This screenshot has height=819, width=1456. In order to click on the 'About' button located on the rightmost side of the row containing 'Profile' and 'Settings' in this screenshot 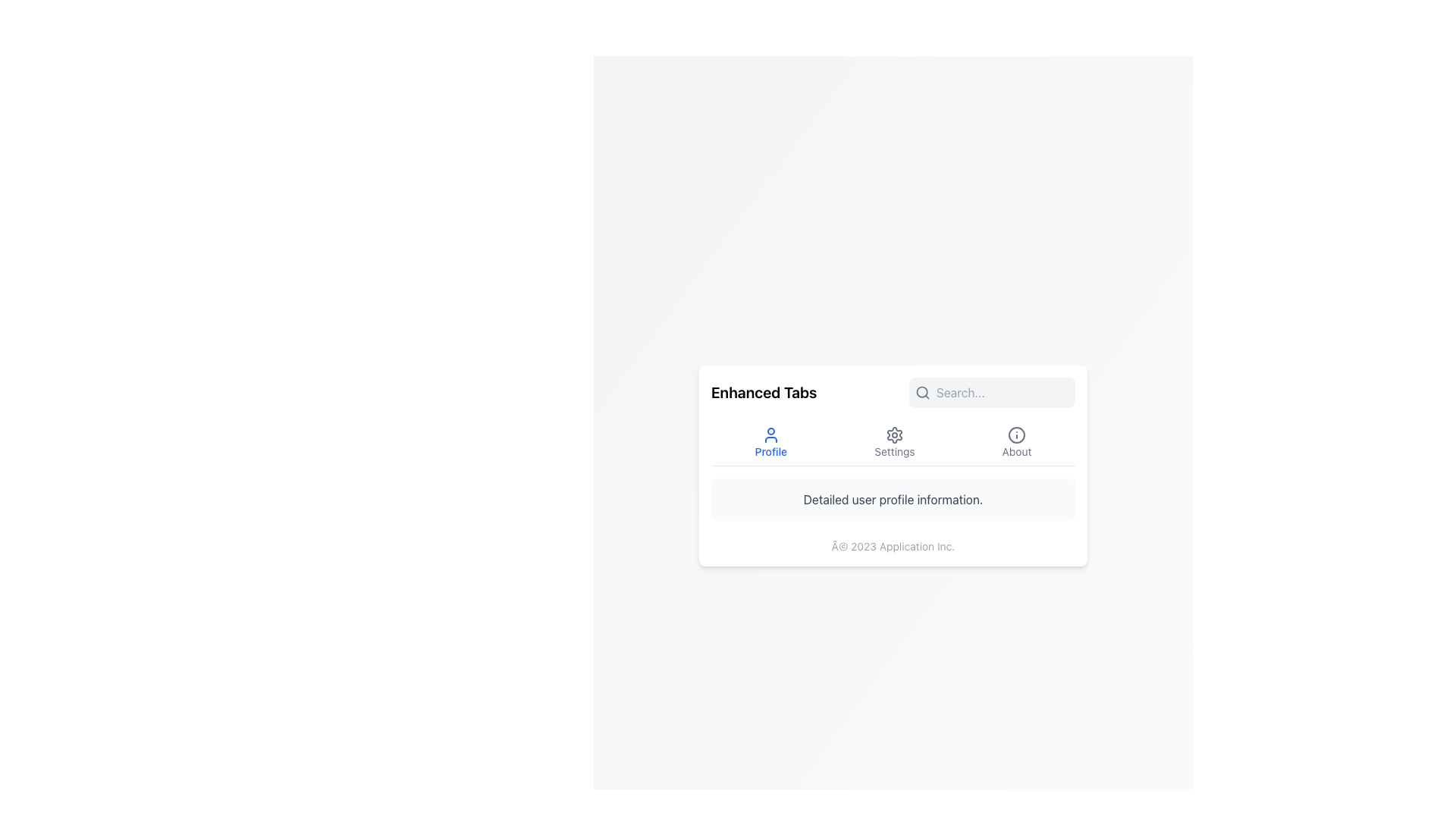, I will do `click(1017, 442)`.